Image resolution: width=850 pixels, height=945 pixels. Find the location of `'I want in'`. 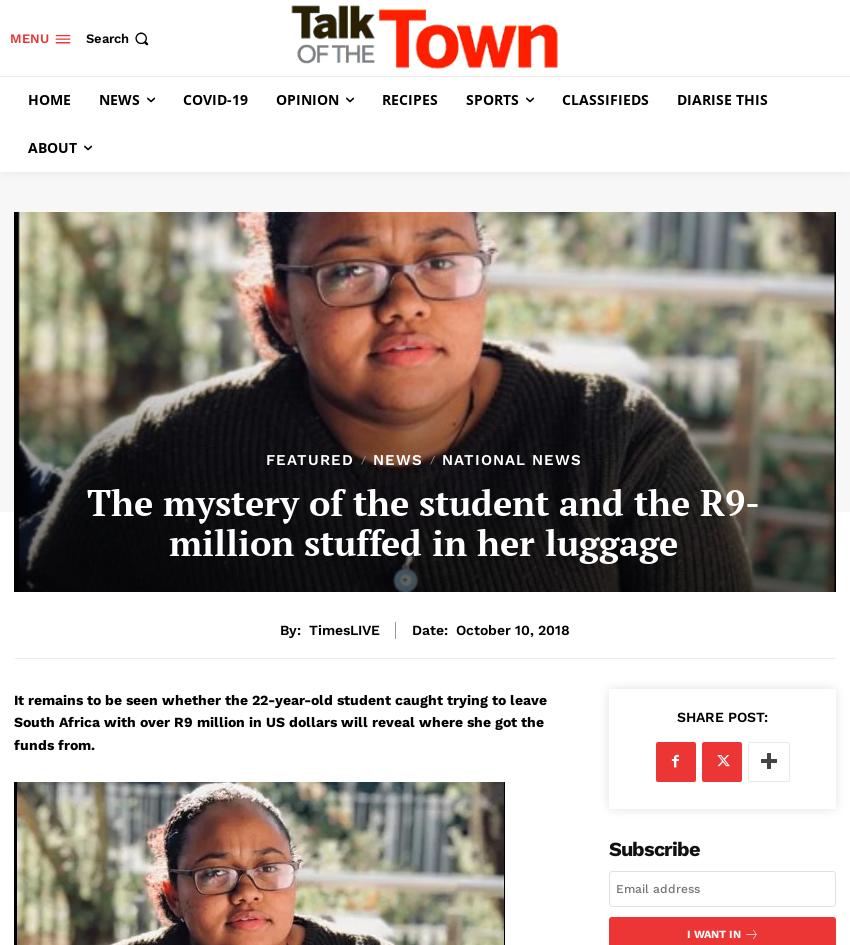

'I want in' is located at coordinates (711, 932).